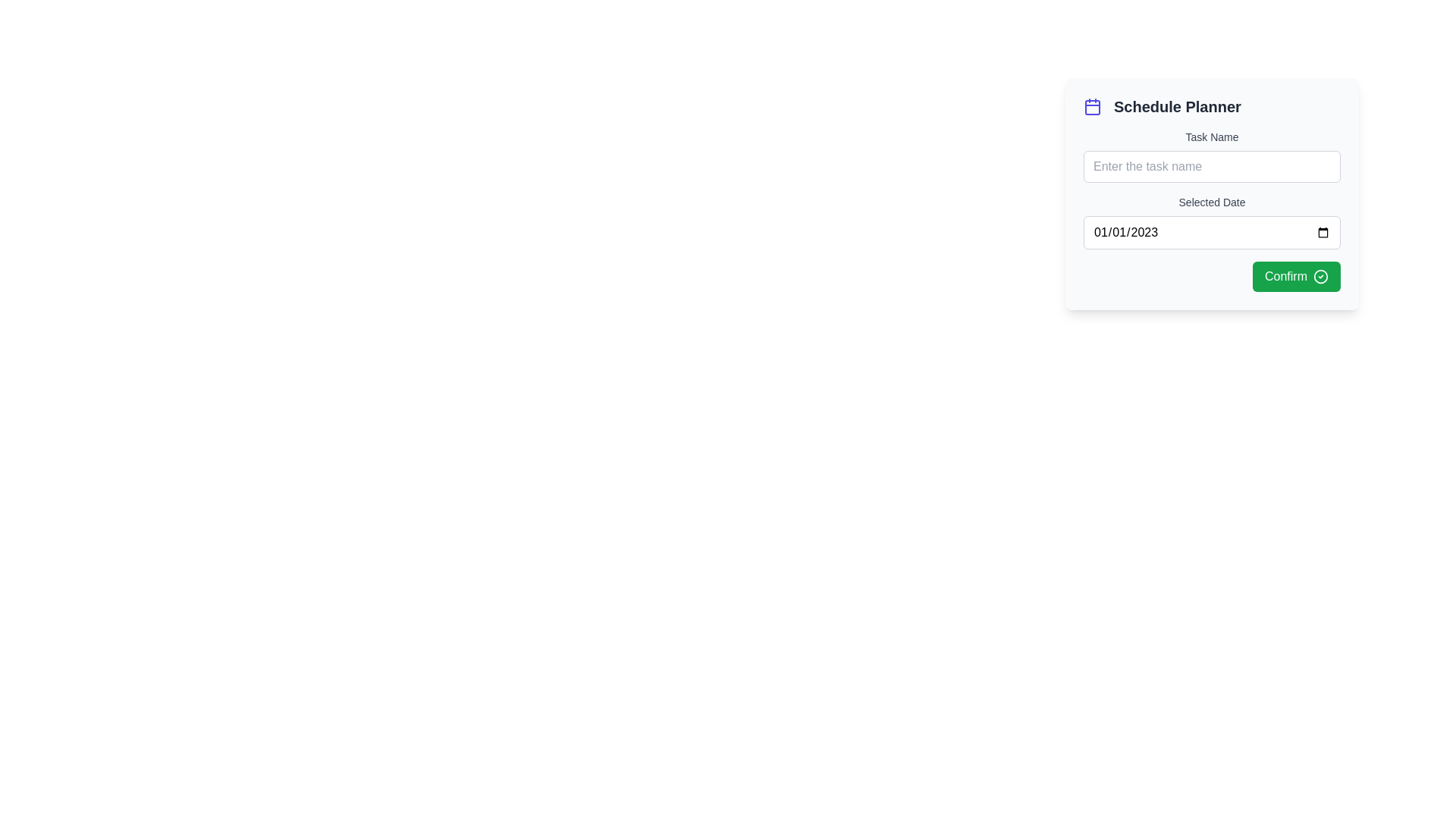 This screenshot has width=1456, height=819. Describe the element at coordinates (1092, 107) in the screenshot. I see `the primary rectangular body of the calendar icon located in the top-left corner of the Schedule Planner interface` at that location.